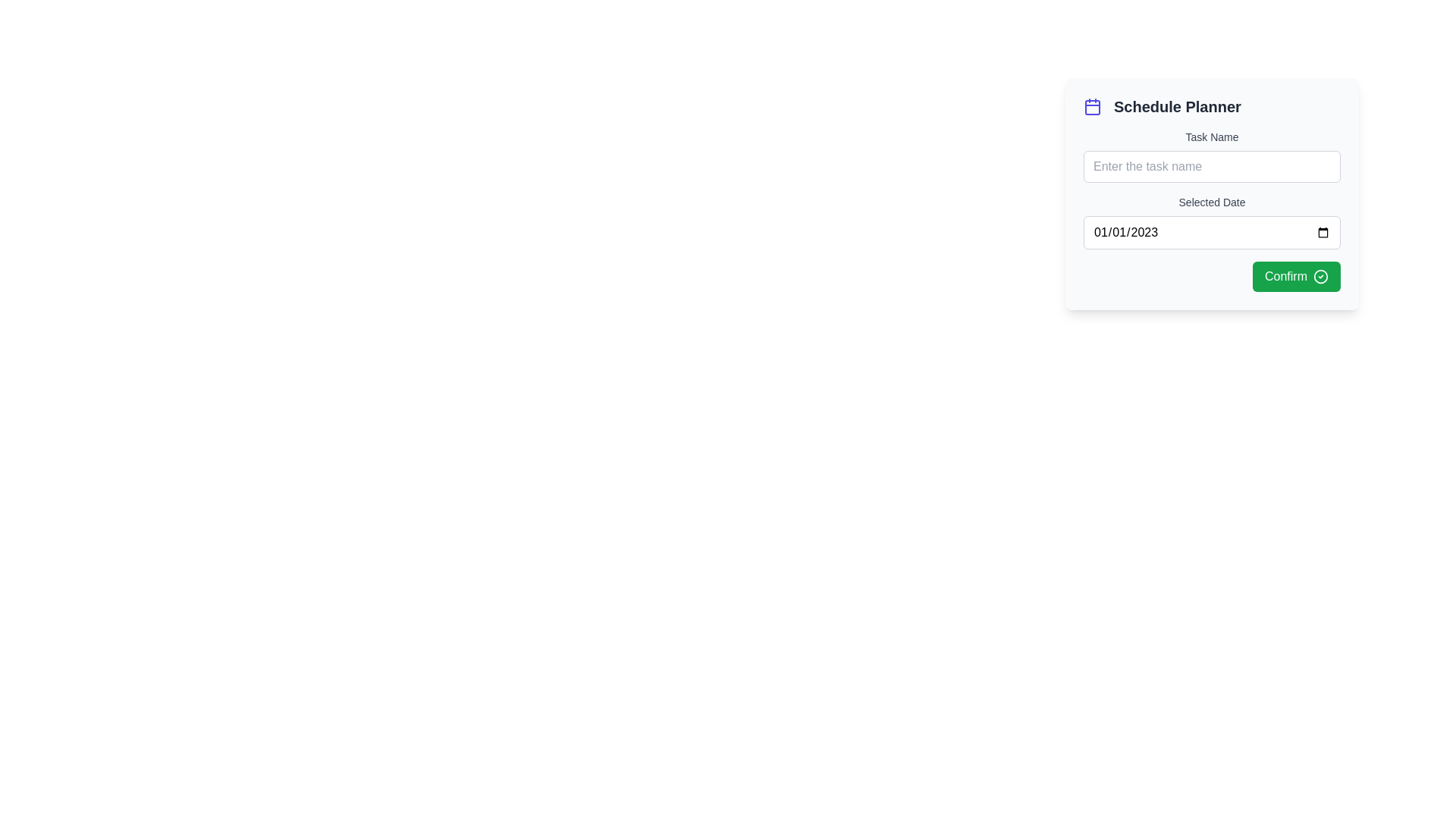 This screenshot has width=1456, height=819. Describe the element at coordinates (1092, 107) in the screenshot. I see `the primary rectangular body of the calendar icon located in the top-left corner of the Schedule Planner interface` at that location.